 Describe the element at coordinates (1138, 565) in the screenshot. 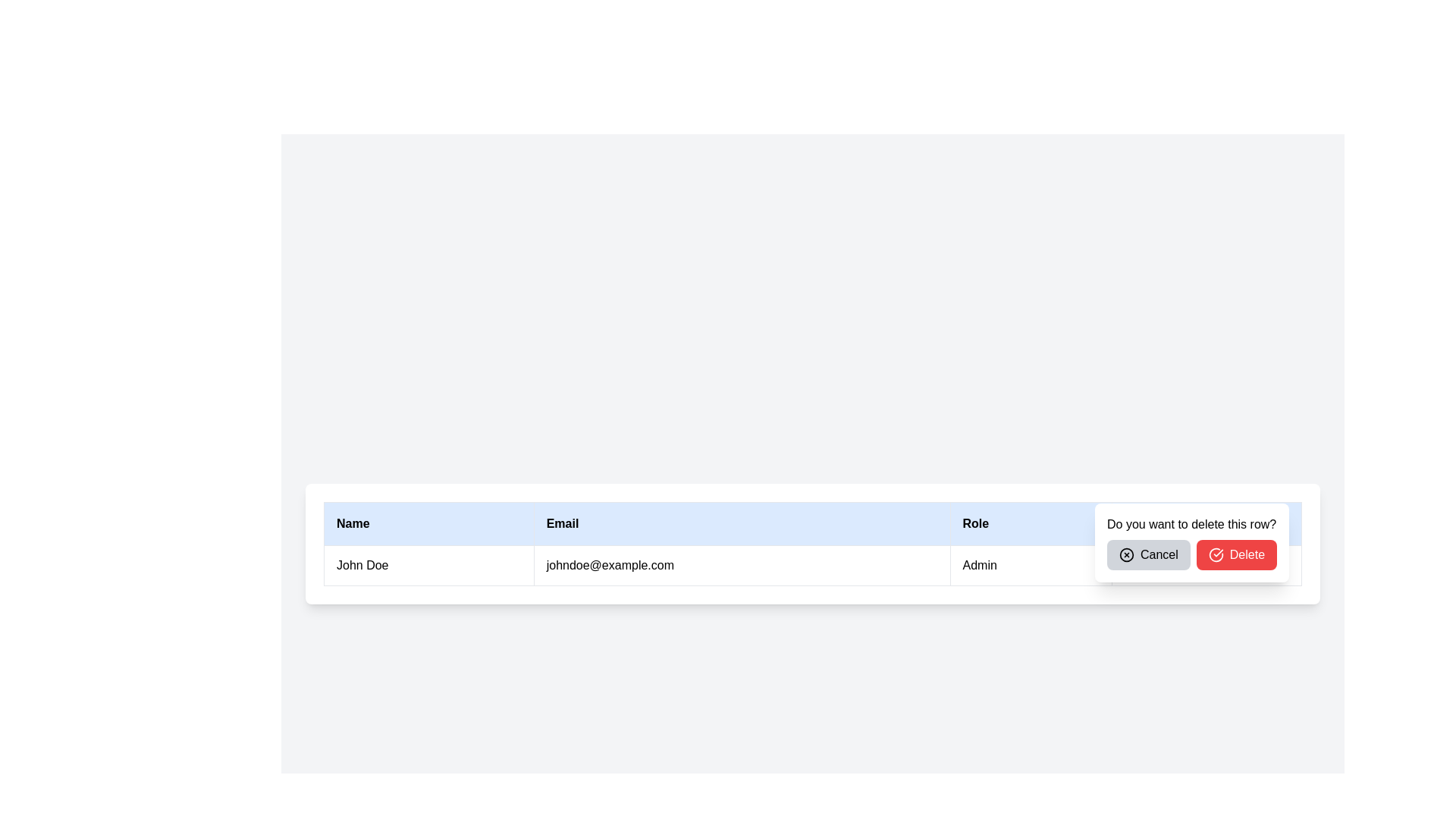

I see `the icon representing a vertical ellipsis located in the top right of the confirmation dialog box` at that location.